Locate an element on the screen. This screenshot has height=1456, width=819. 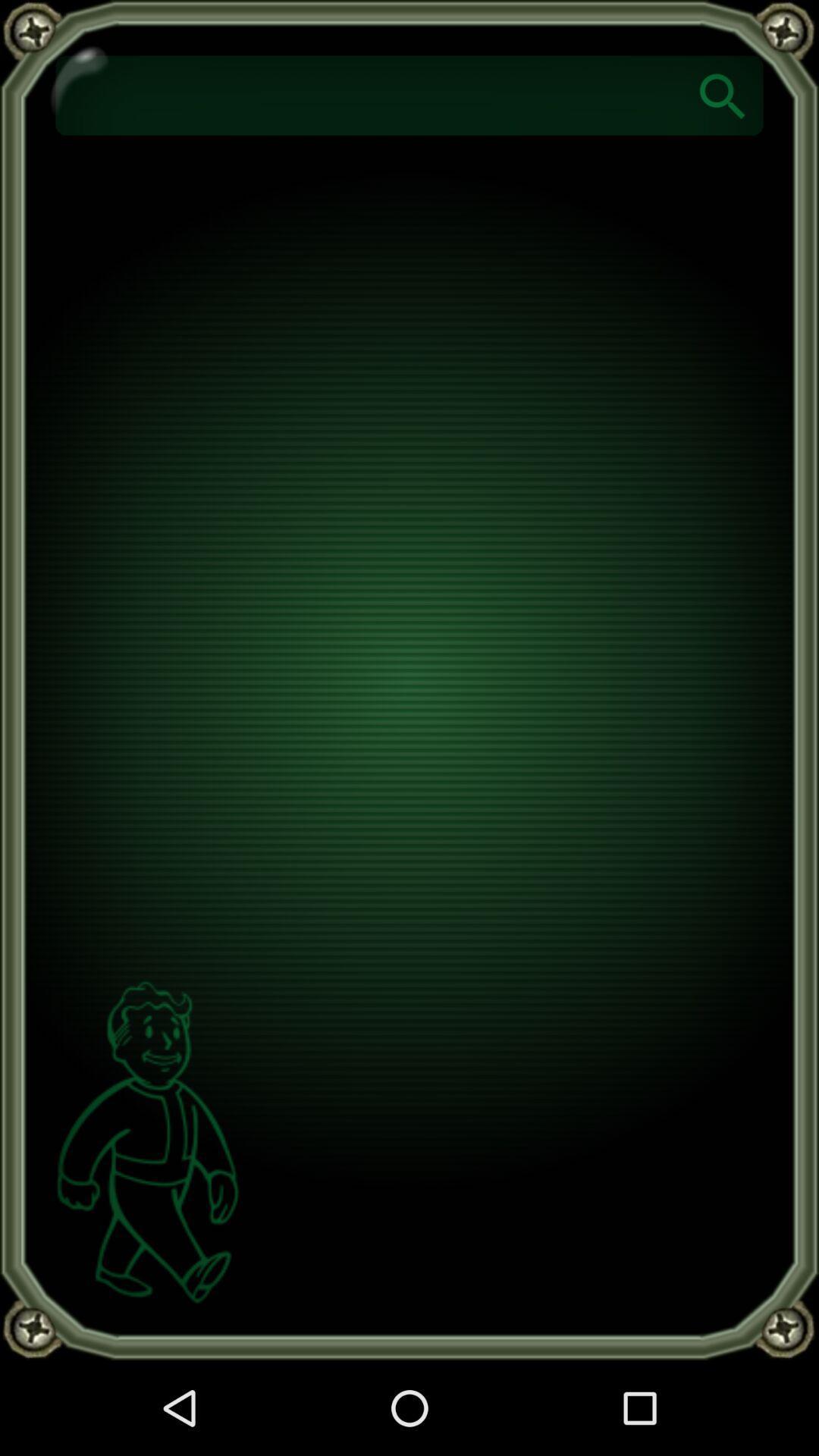
search of the option is located at coordinates (722, 94).